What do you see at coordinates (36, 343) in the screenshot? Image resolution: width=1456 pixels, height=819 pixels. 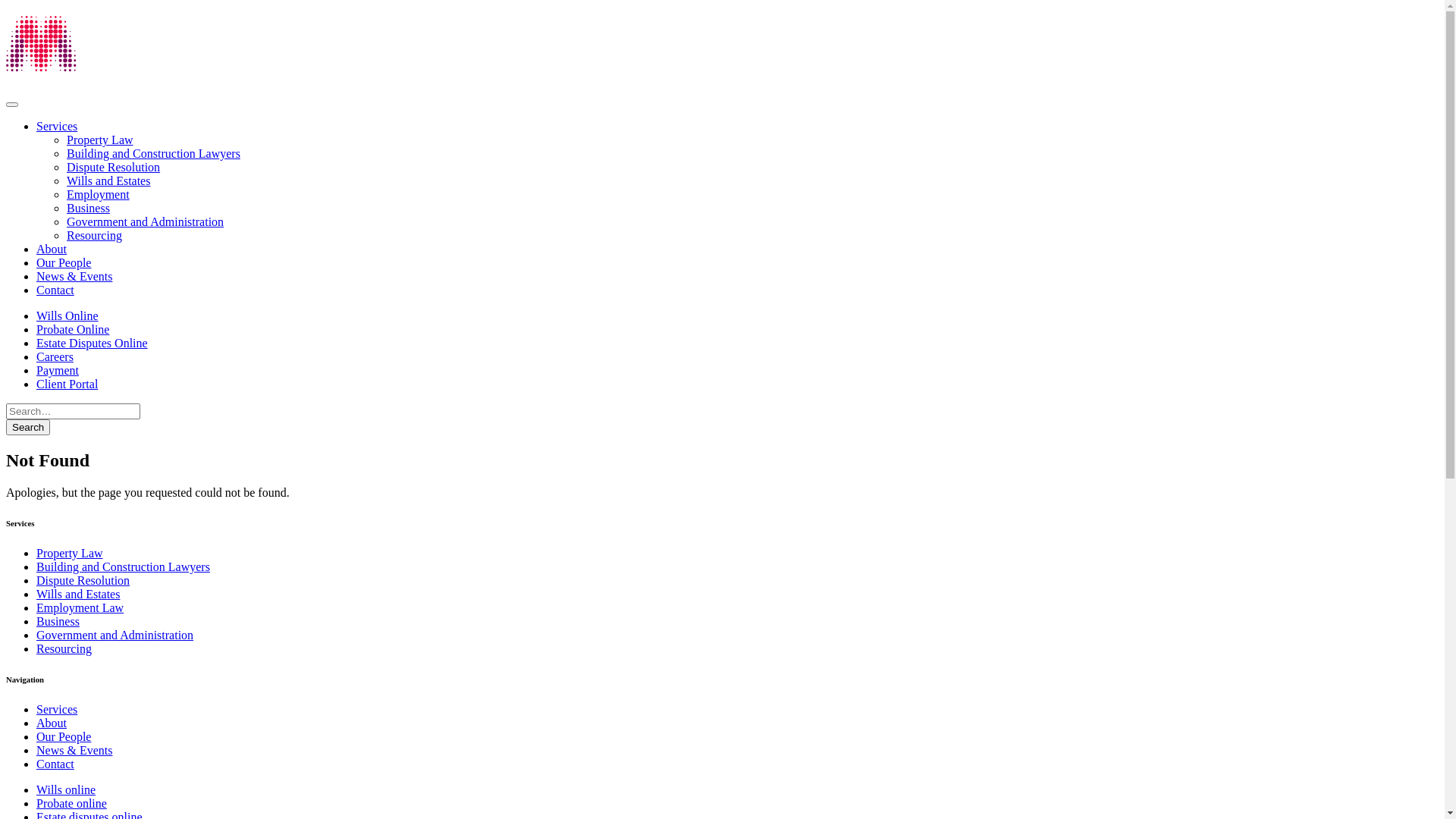 I see `'Estate Disputes Online'` at bounding box center [36, 343].